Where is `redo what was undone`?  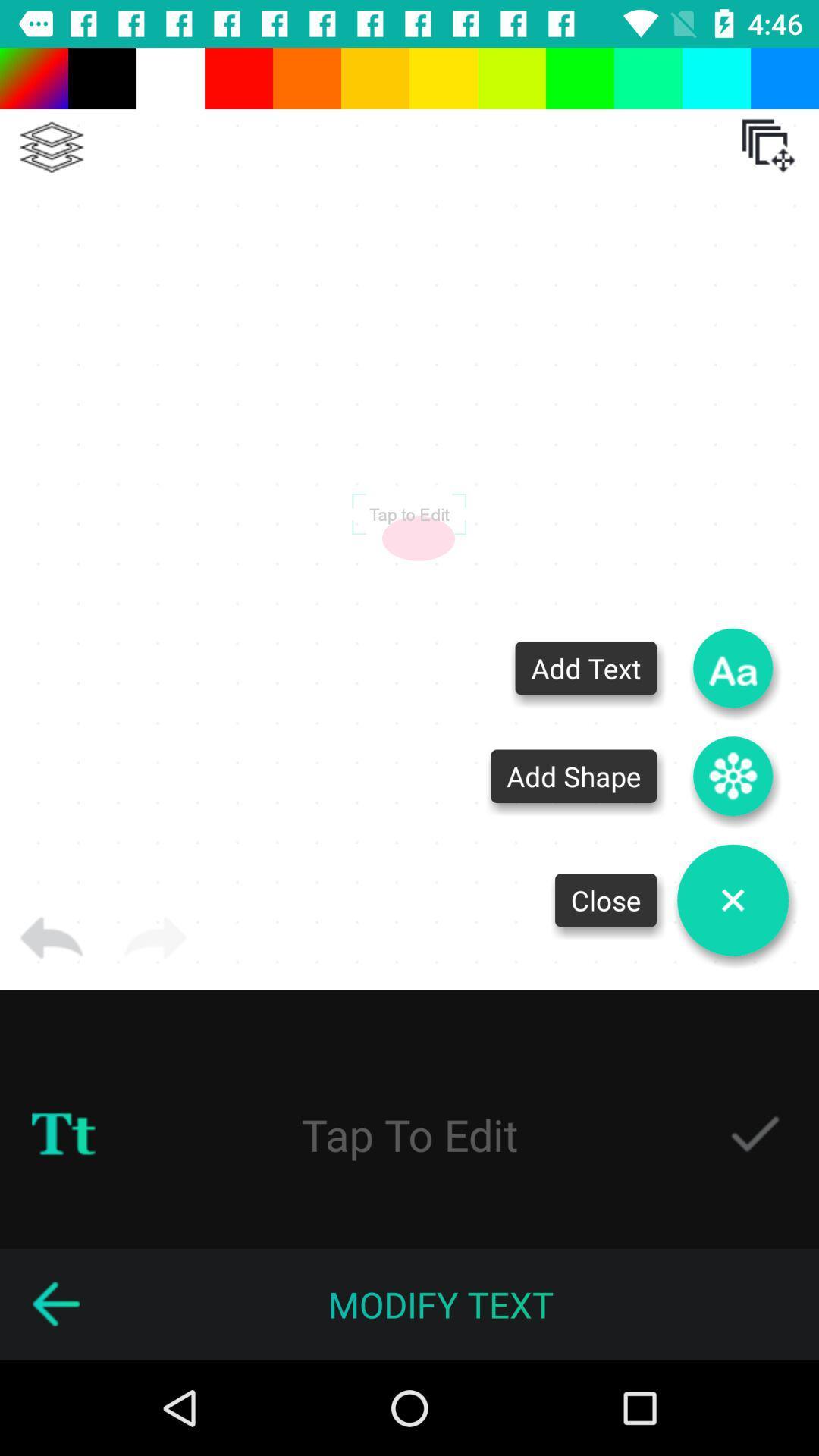
redo what was undone is located at coordinates (155, 937).